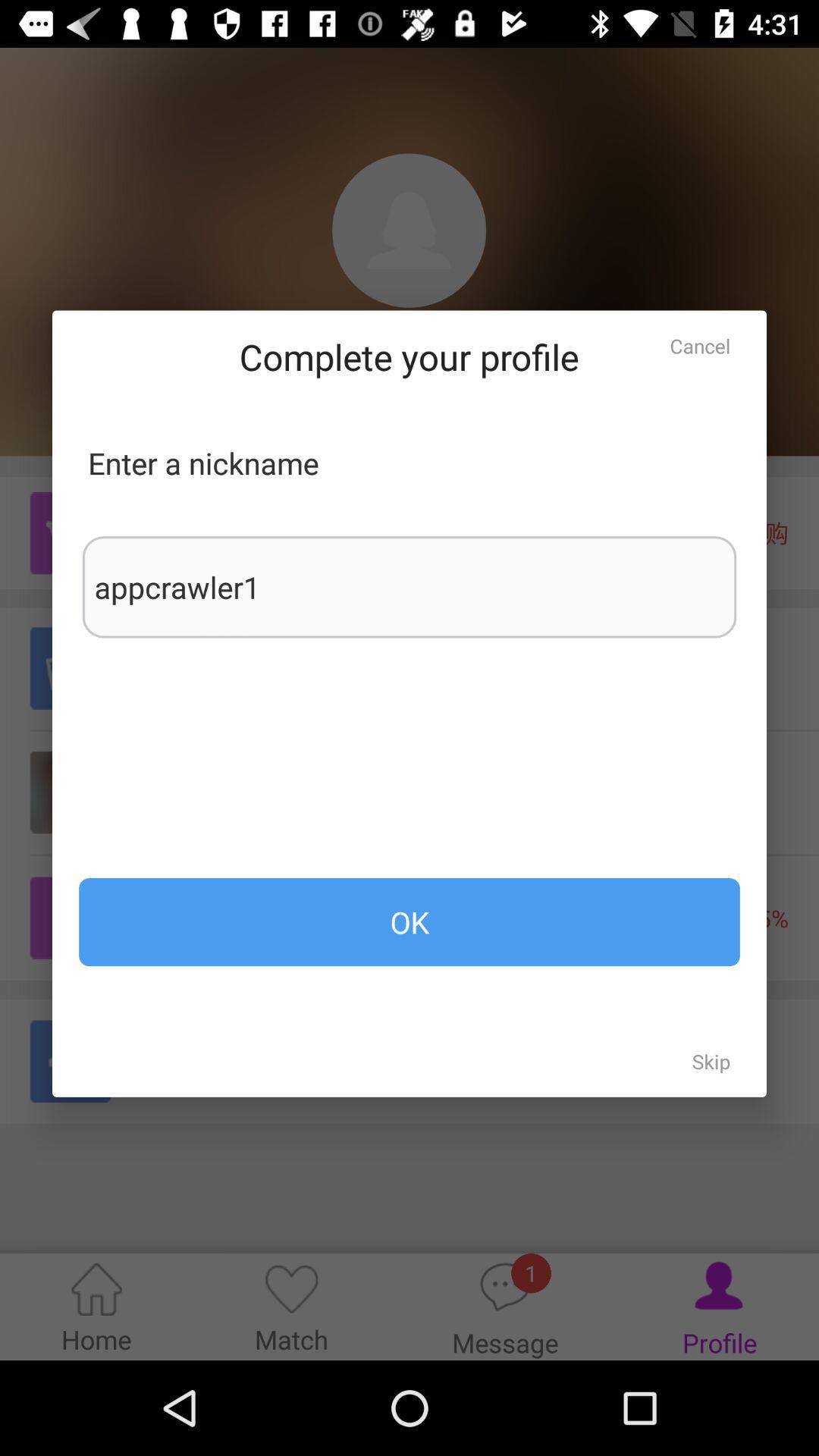 The image size is (819, 1456). Describe the element at coordinates (700, 345) in the screenshot. I see `the item to the right of complete your profile` at that location.